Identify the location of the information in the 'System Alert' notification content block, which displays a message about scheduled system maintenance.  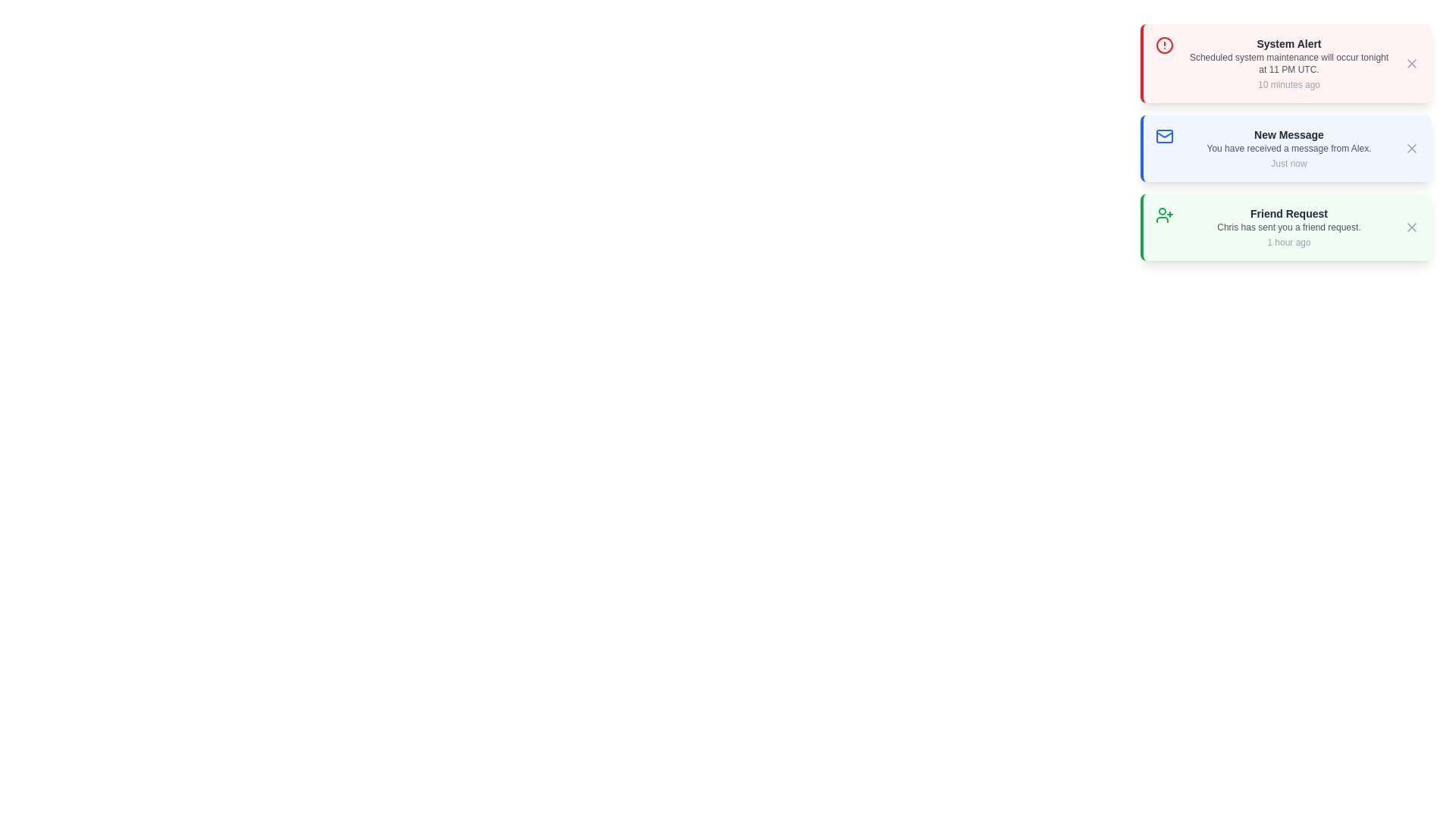
(1288, 63).